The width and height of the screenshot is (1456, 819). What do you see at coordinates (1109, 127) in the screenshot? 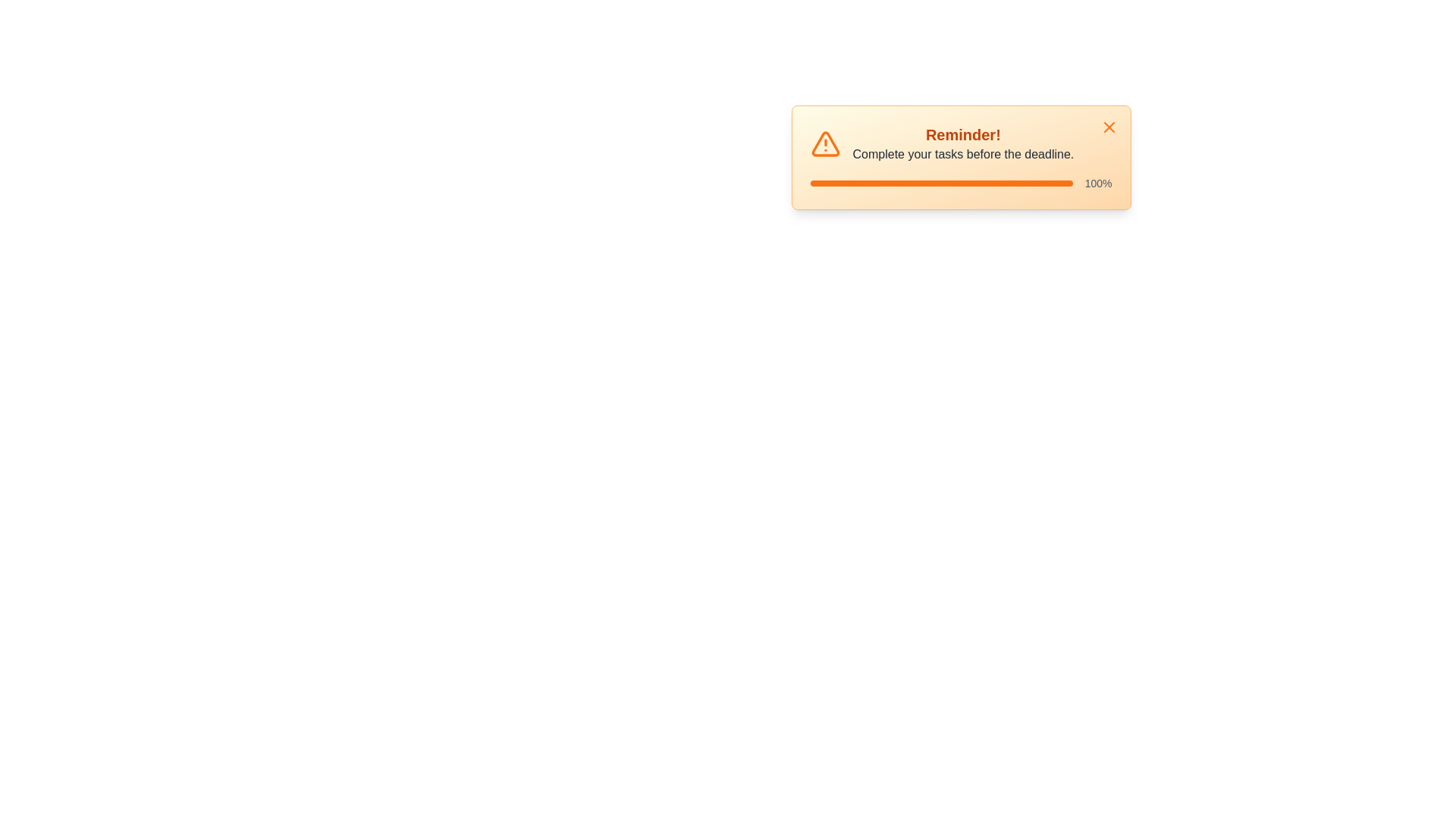
I see `the close button of the alert` at bounding box center [1109, 127].